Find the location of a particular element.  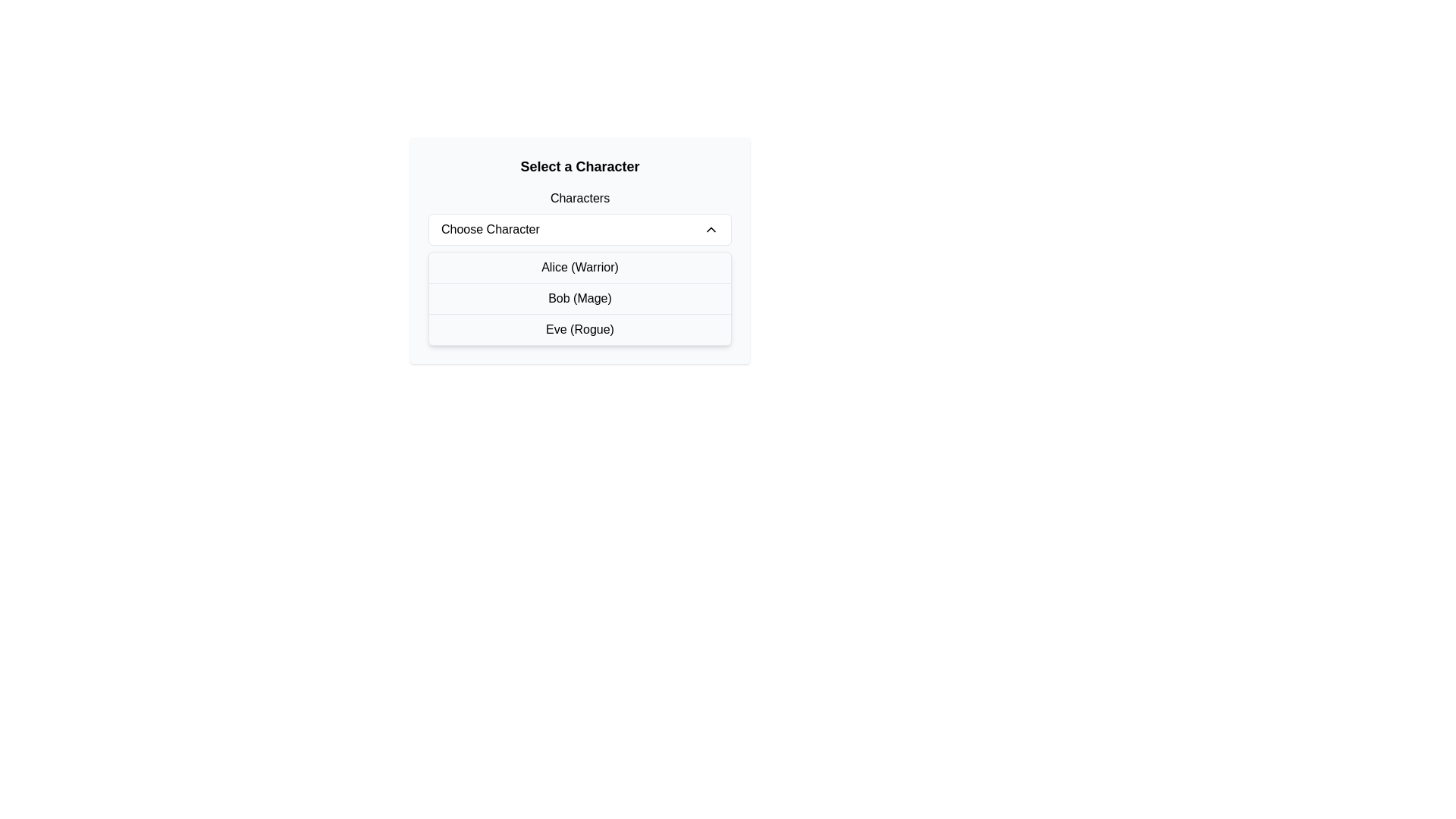

the text label that displays 'Eve (Rogue)' located under the 'Select a Character' section in the dropdown menu is located at coordinates (579, 329).